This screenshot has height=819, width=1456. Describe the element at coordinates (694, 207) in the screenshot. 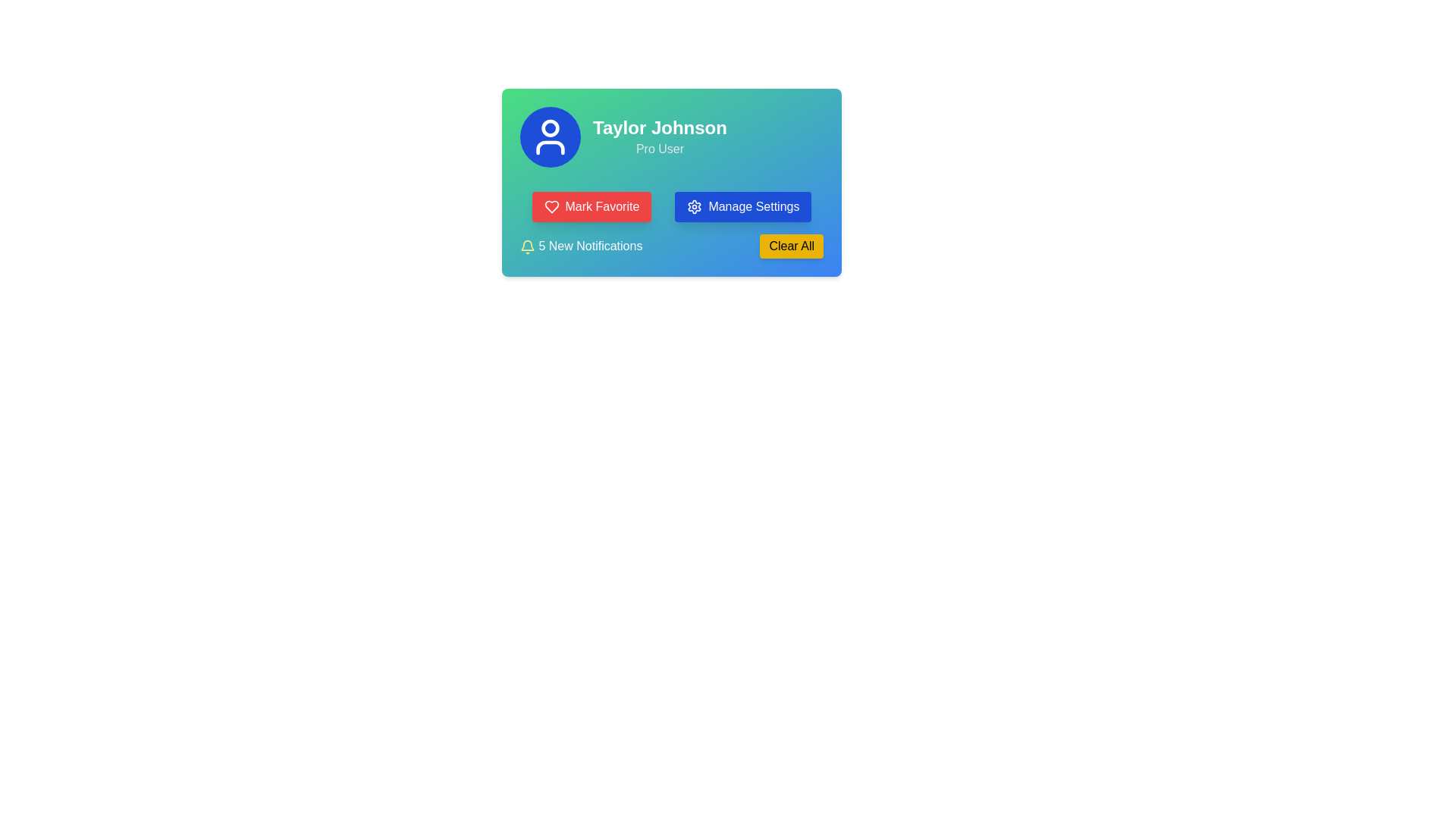

I see `the settings cog icon located in the top-right corner of the main card interface, adjacent to the blue 'Manage Settings' button` at that location.